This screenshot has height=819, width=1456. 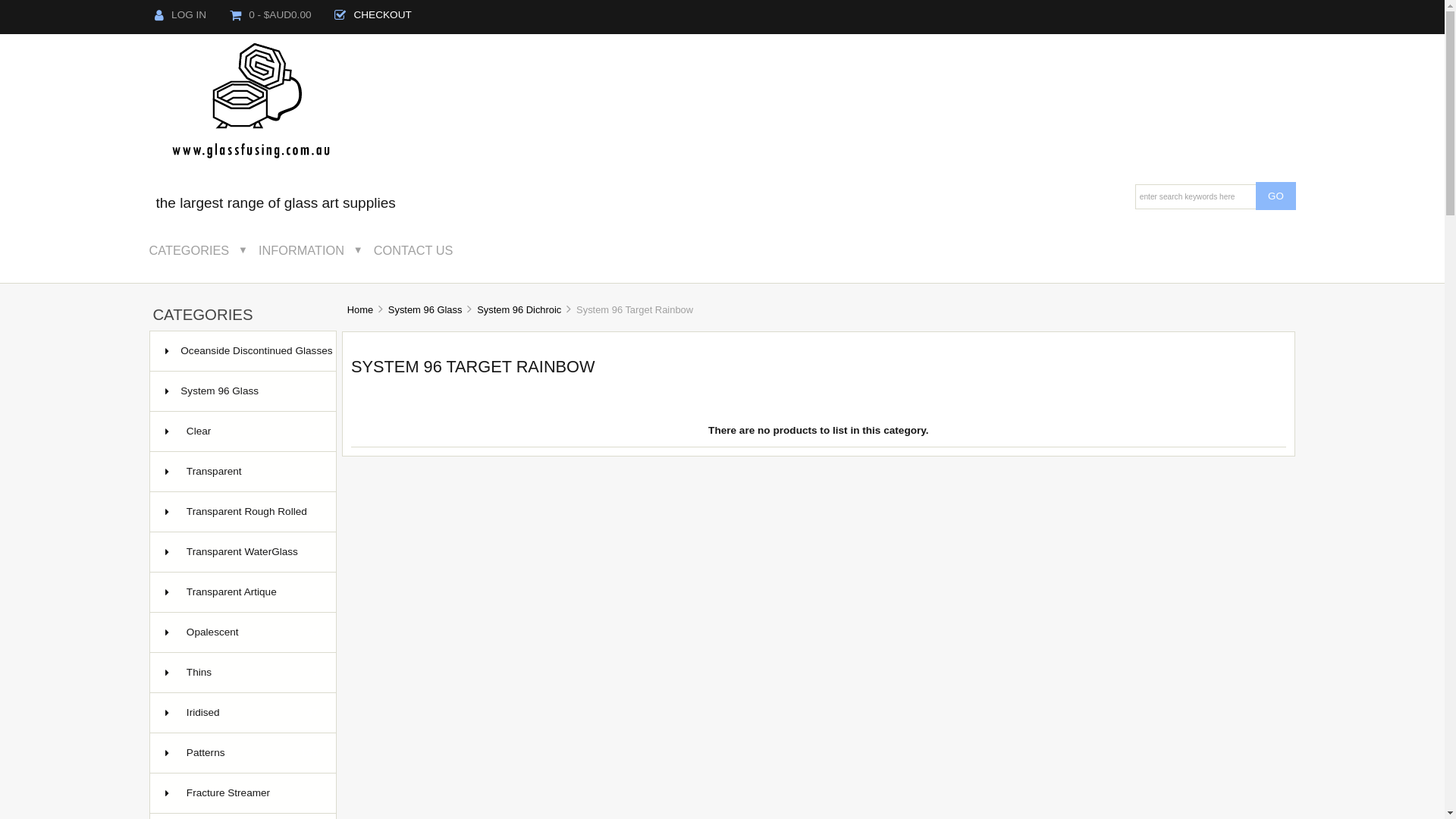 I want to click on 'Shopping Cart', so click(x=234, y=14).